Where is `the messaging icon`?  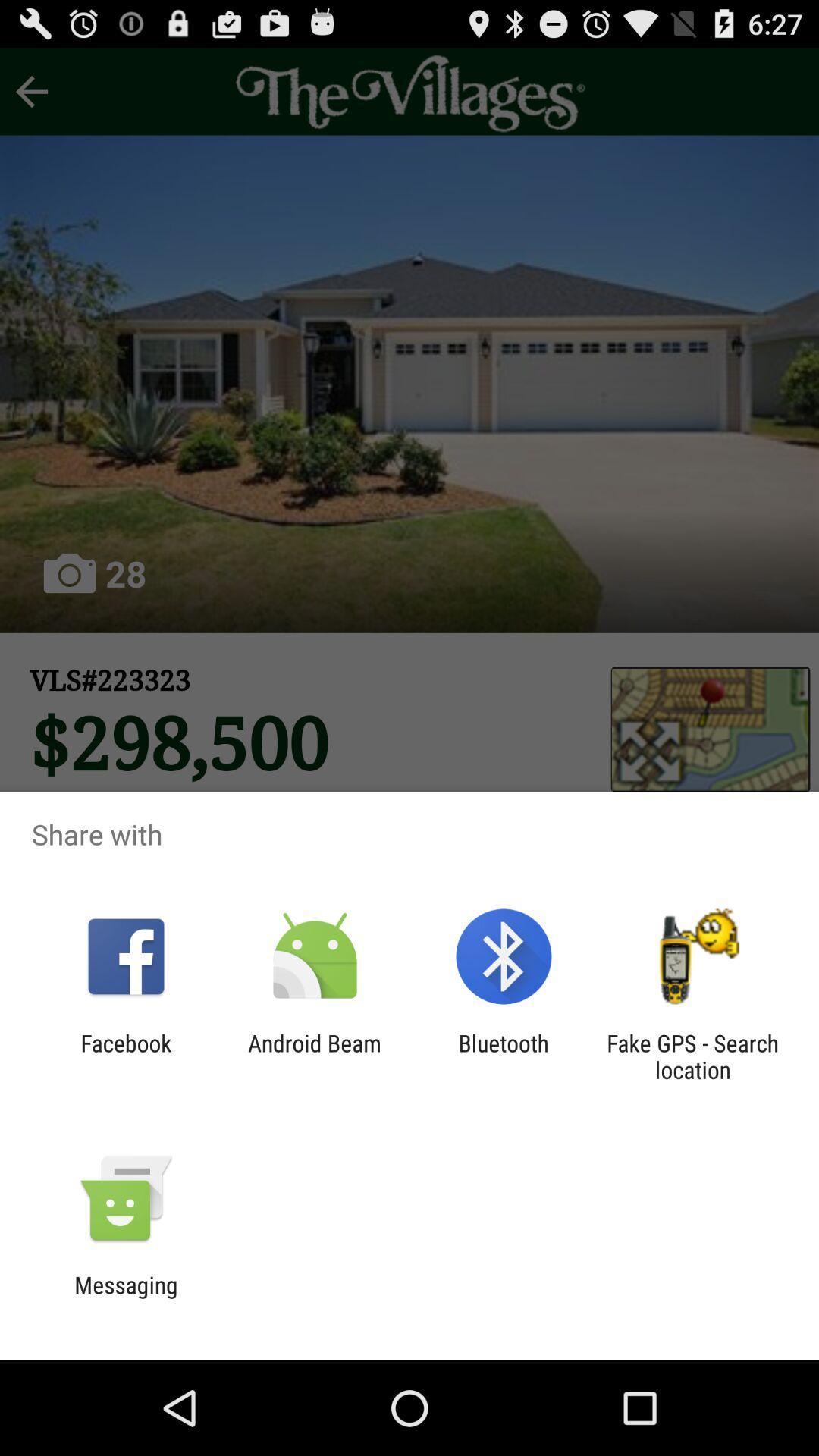 the messaging icon is located at coordinates (125, 1298).